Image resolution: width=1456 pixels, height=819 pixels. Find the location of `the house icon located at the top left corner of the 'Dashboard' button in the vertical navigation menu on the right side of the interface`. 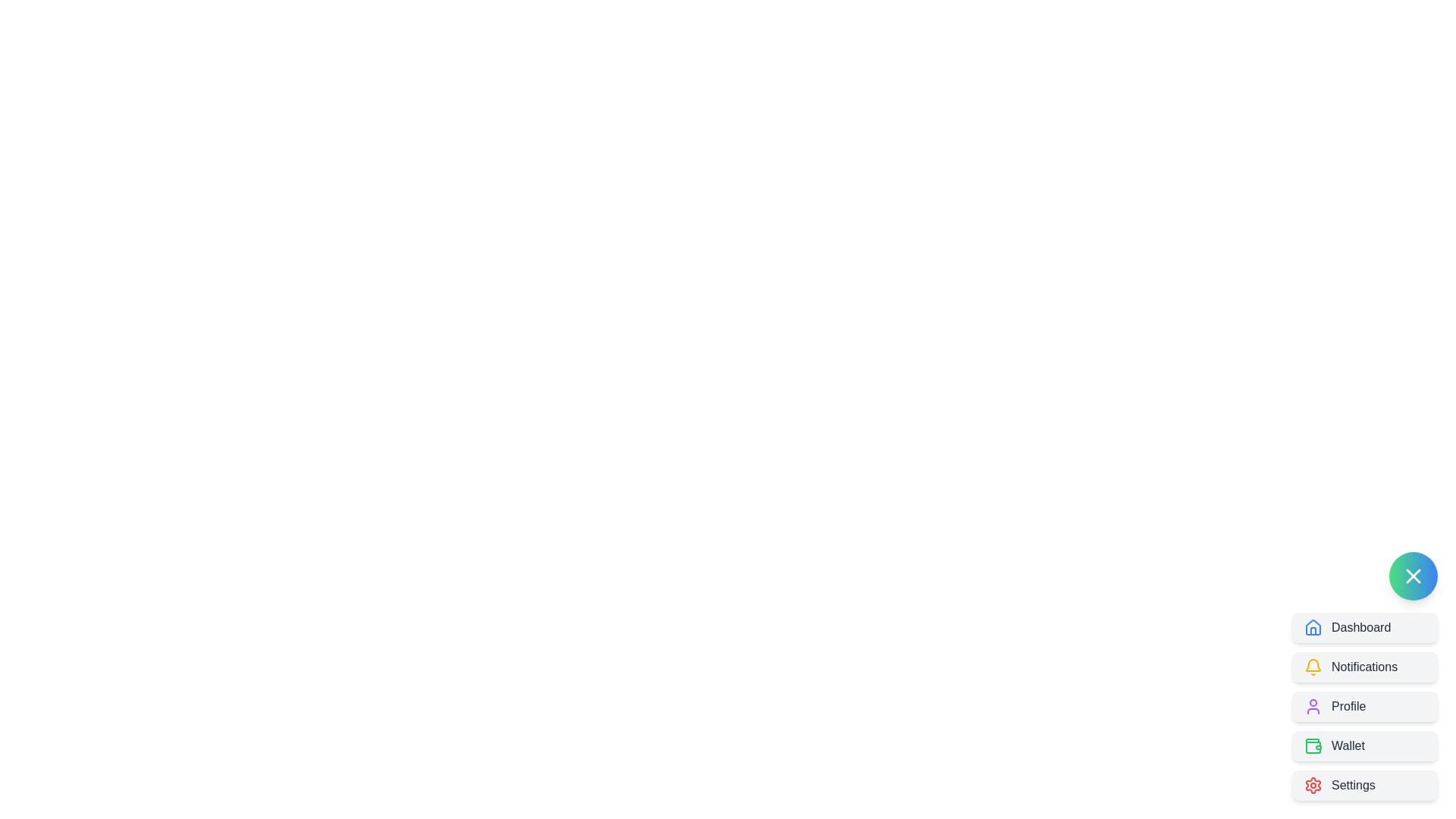

the house icon located at the top left corner of the 'Dashboard' button in the vertical navigation menu on the right side of the interface is located at coordinates (1313, 626).